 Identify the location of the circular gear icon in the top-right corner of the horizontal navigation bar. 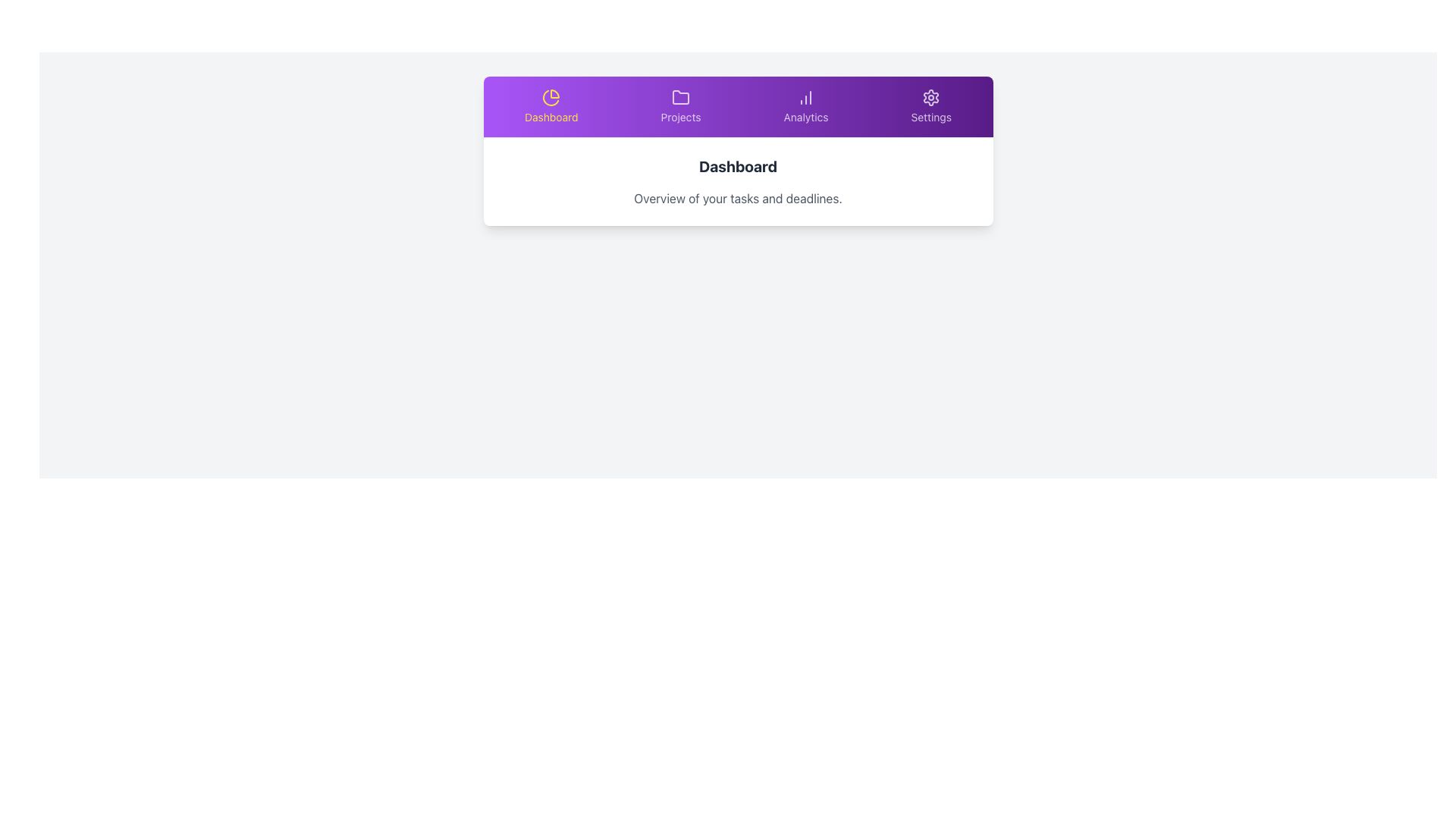
(930, 97).